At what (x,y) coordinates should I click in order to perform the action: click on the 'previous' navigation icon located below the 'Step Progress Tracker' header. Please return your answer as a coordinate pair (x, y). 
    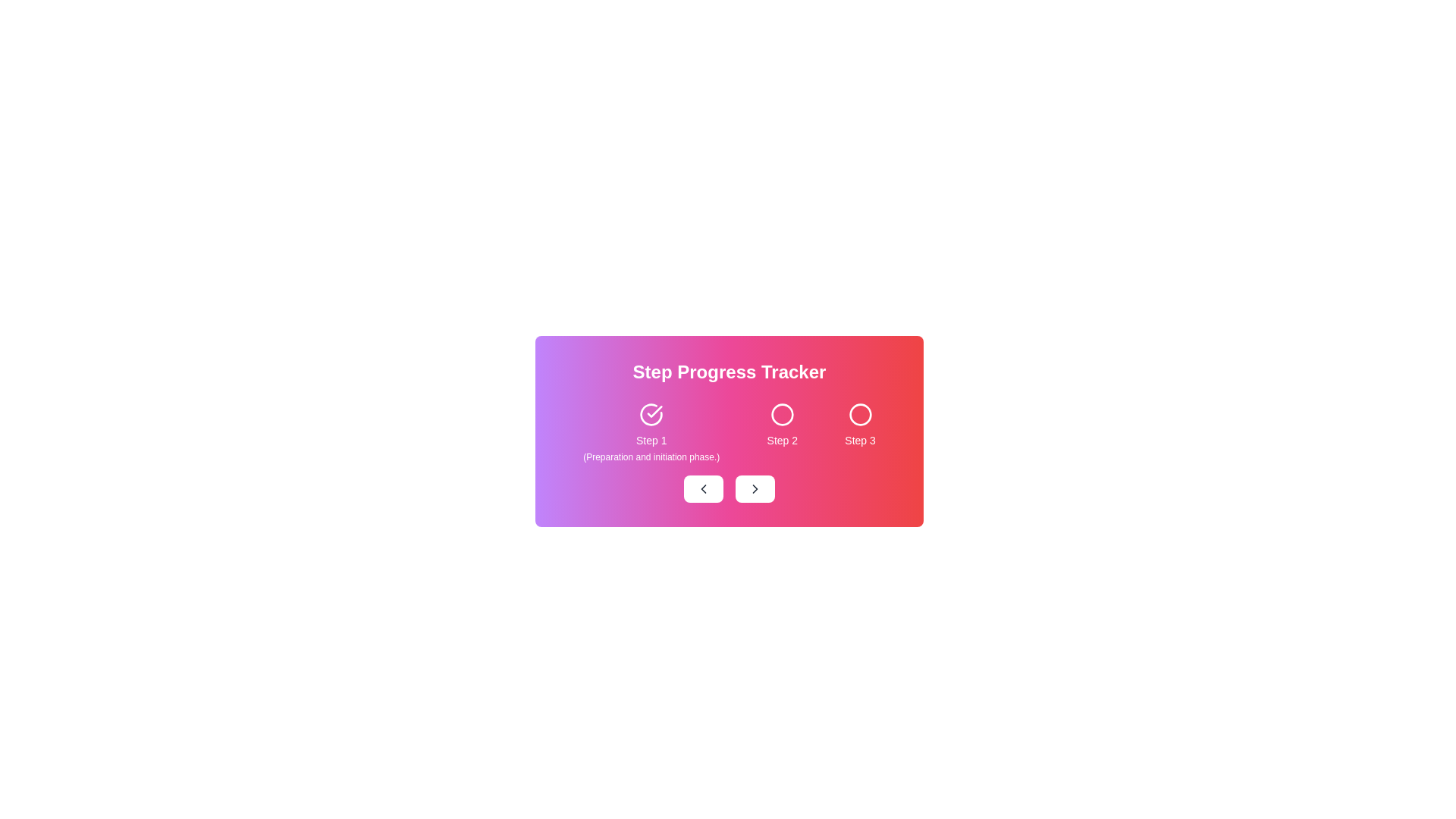
    Looking at the image, I should click on (702, 488).